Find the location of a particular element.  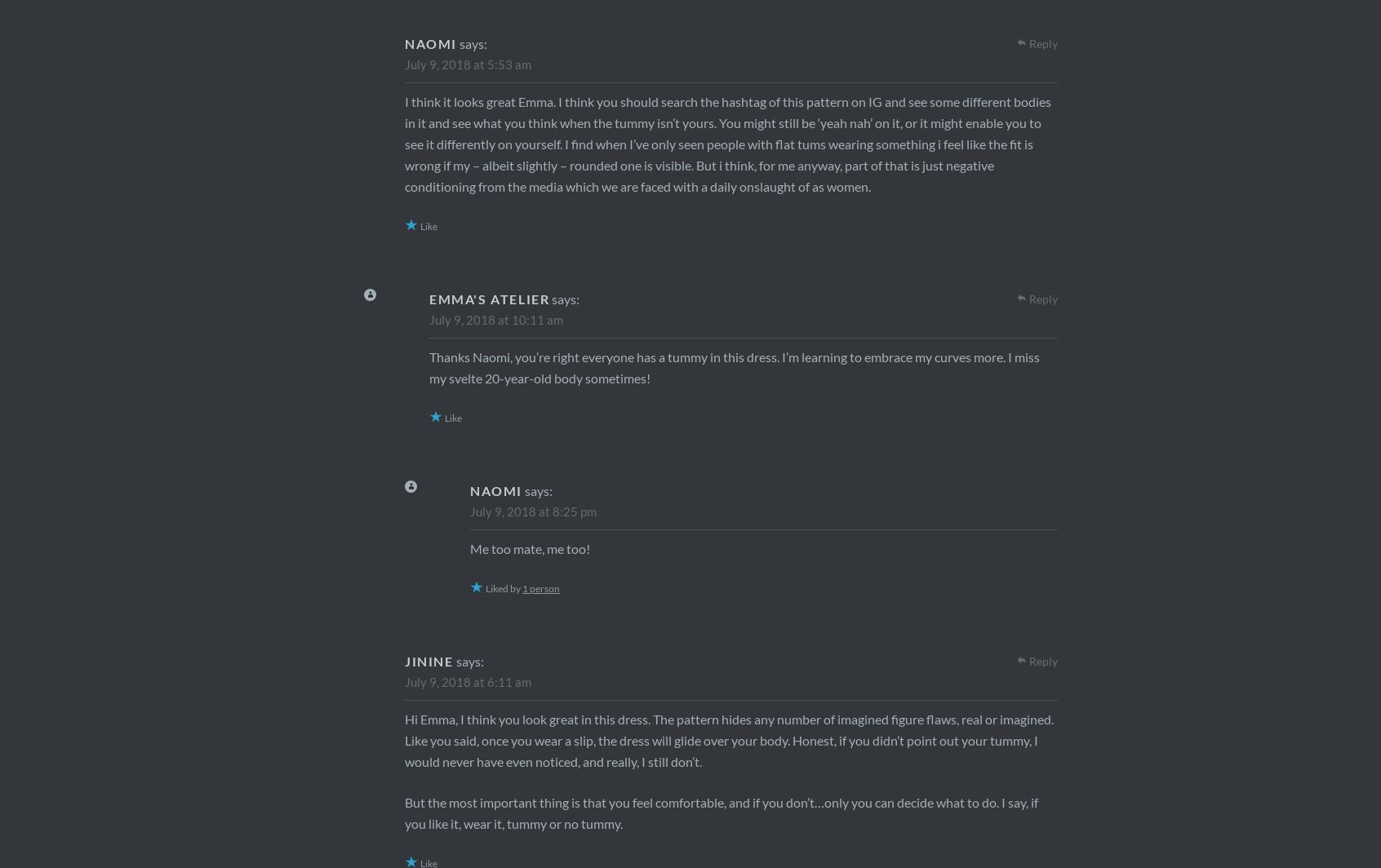

'July 9, 2018 at 10:11 am' is located at coordinates (495, 319).